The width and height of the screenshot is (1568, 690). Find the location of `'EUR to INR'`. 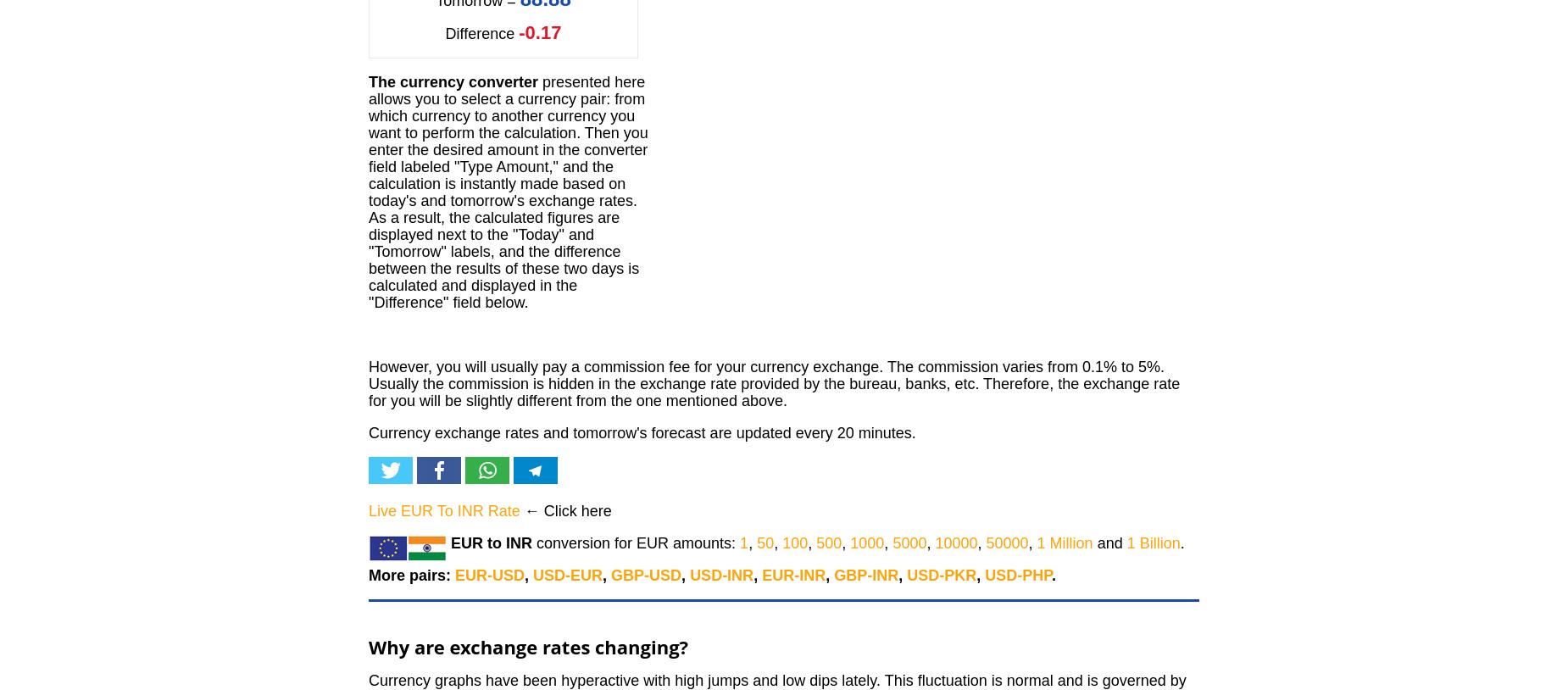

'EUR to INR' is located at coordinates (491, 543).